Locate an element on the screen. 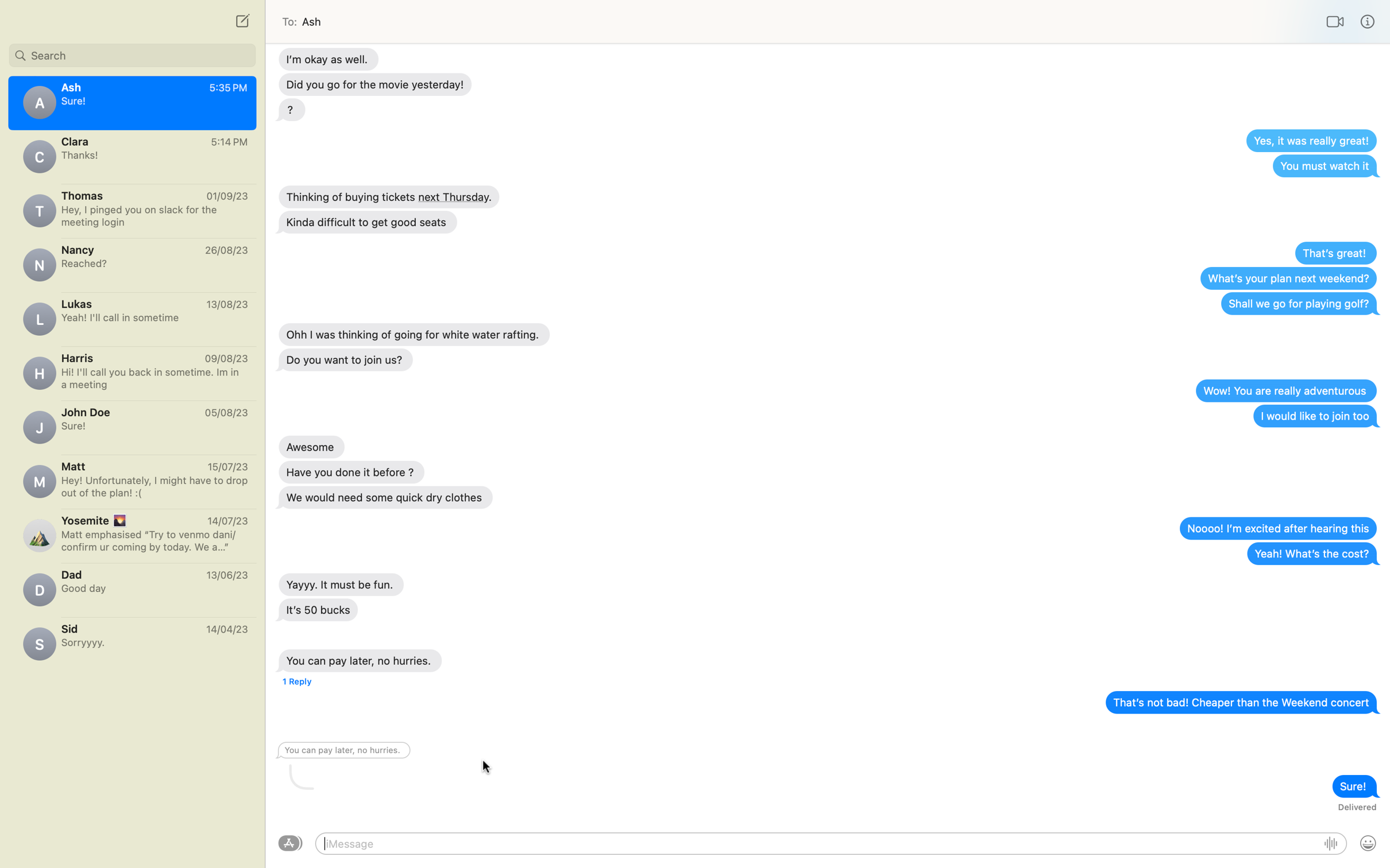  Send message to Ash to say "Good Morning is located at coordinates (818, 843).